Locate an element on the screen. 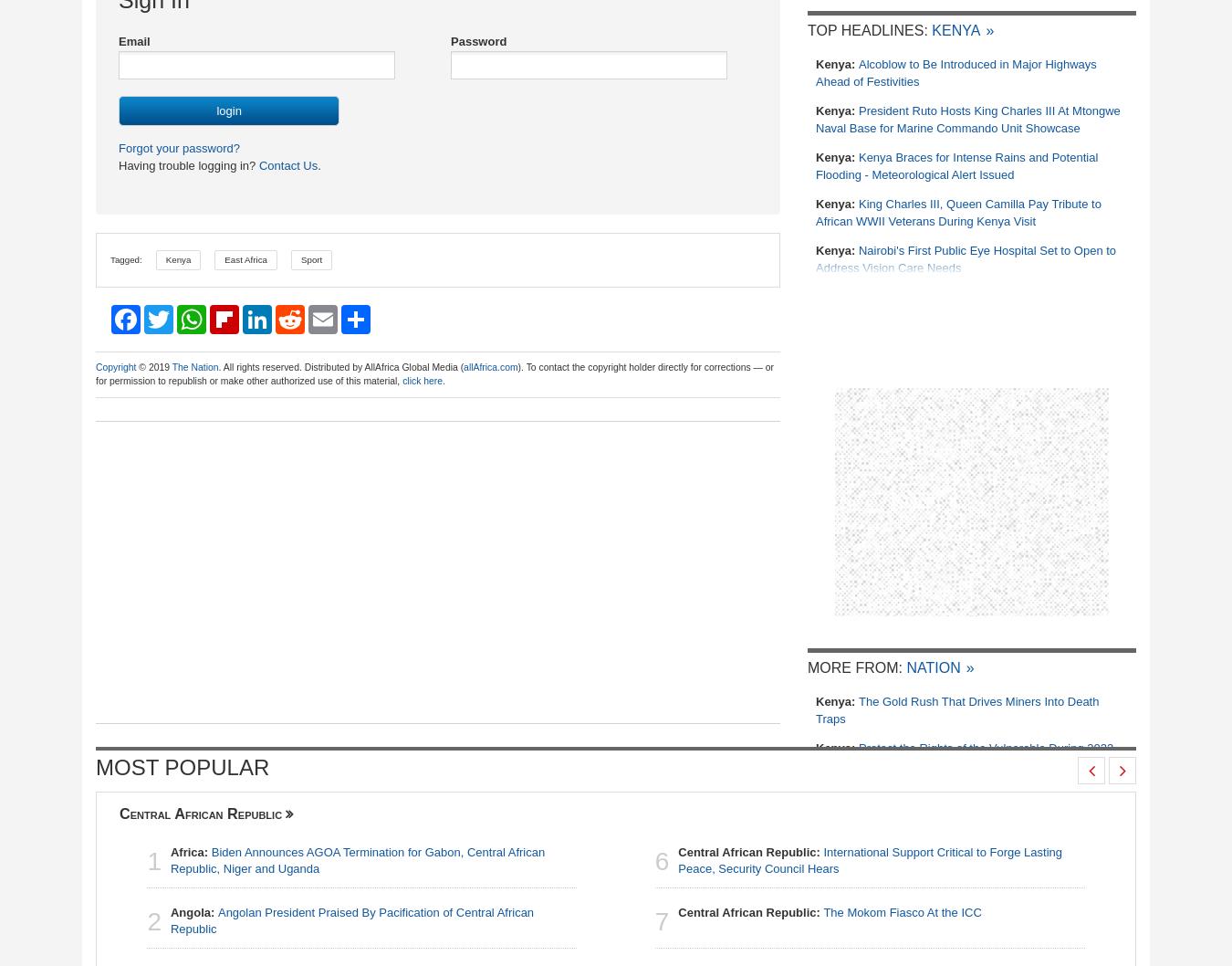  'click here.' is located at coordinates (402, 380).